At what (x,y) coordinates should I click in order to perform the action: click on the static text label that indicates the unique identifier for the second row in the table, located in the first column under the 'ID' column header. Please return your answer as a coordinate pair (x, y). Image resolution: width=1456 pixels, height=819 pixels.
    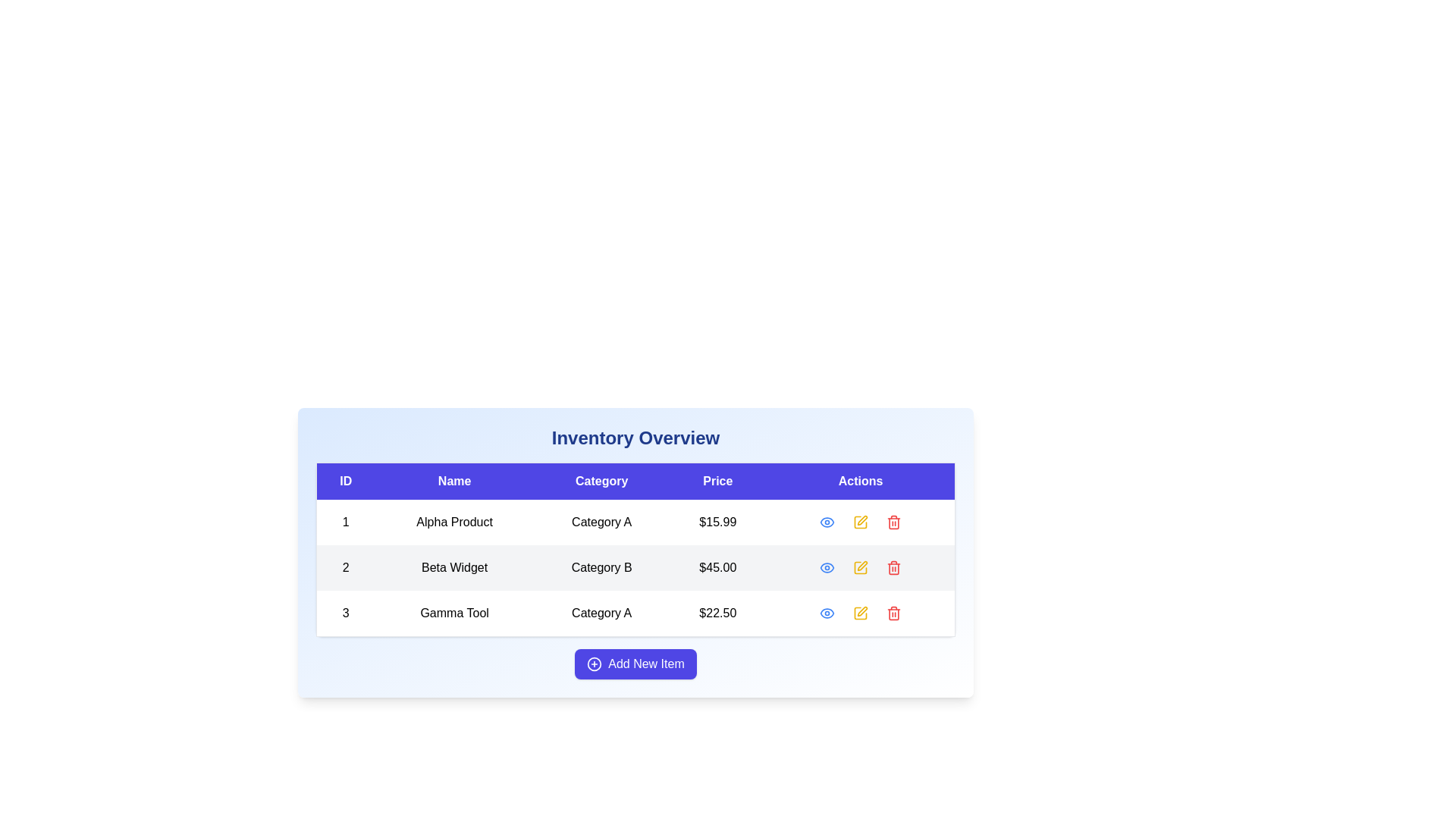
    Looking at the image, I should click on (345, 567).